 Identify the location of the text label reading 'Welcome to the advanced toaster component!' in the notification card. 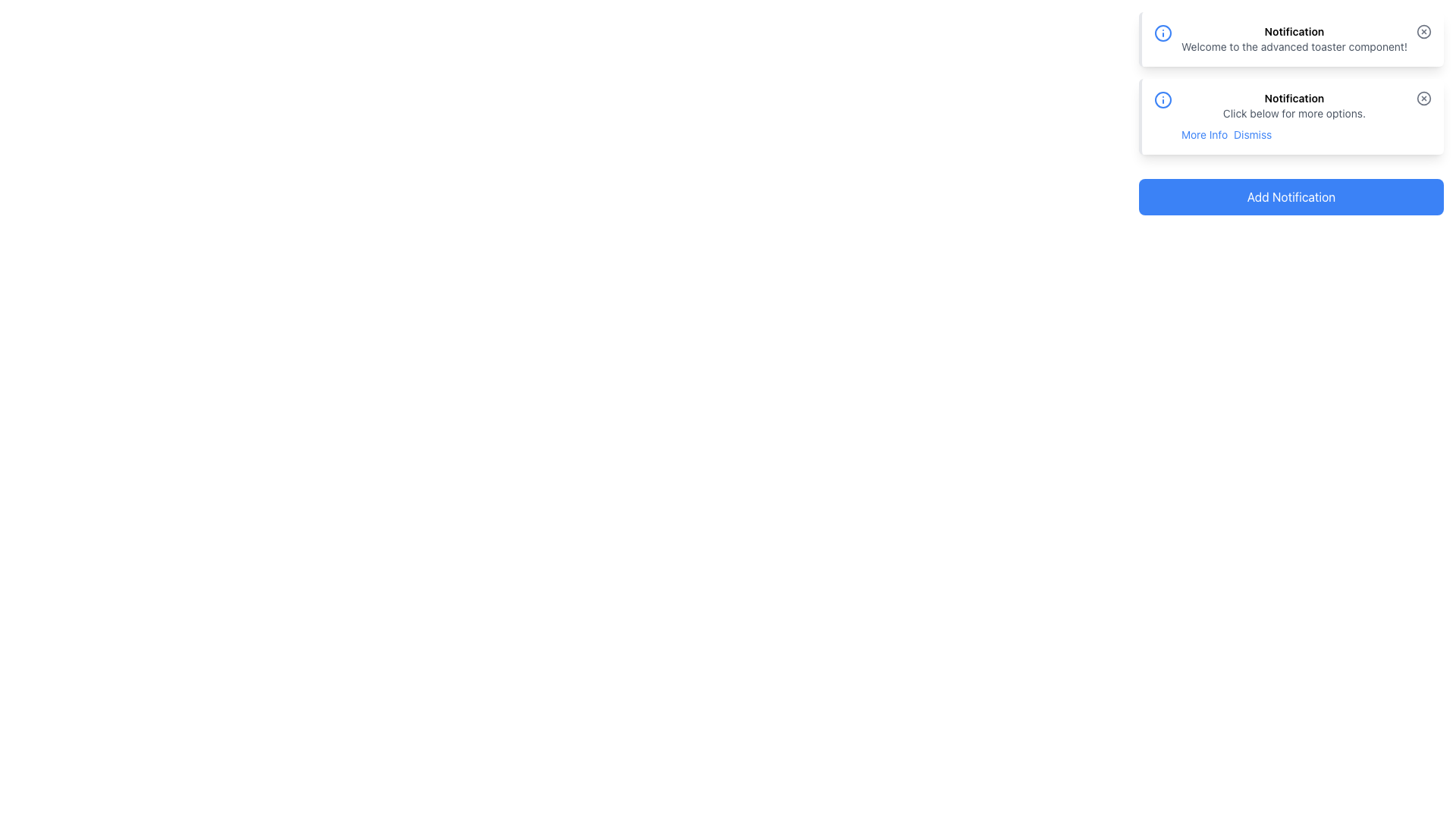
(1294, 45).